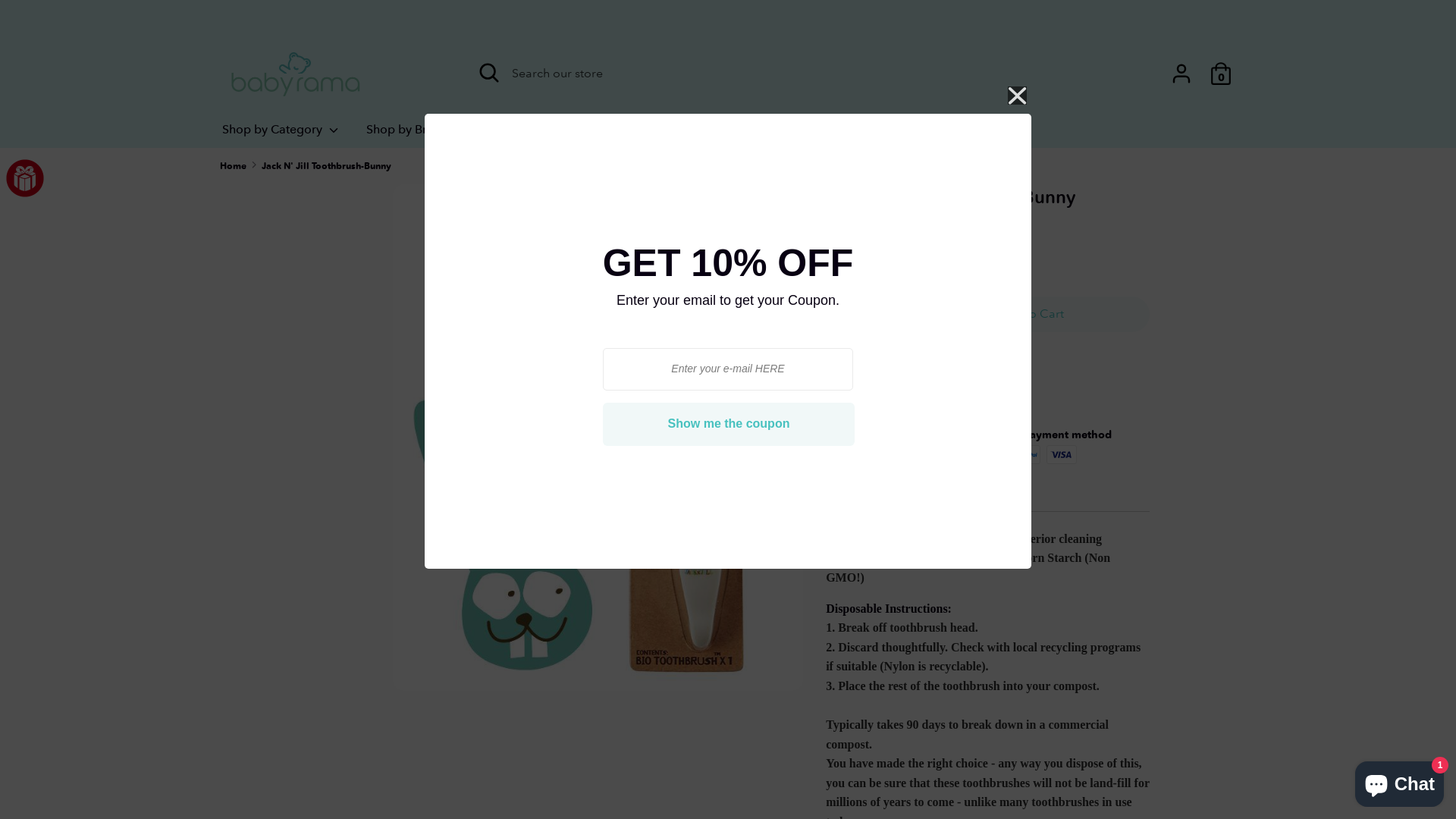 The height and width of the screenshot is (819, 1456). Describe the element at coordinates (683, 133) in the screenshot. I see `'Clearance'` at that location.